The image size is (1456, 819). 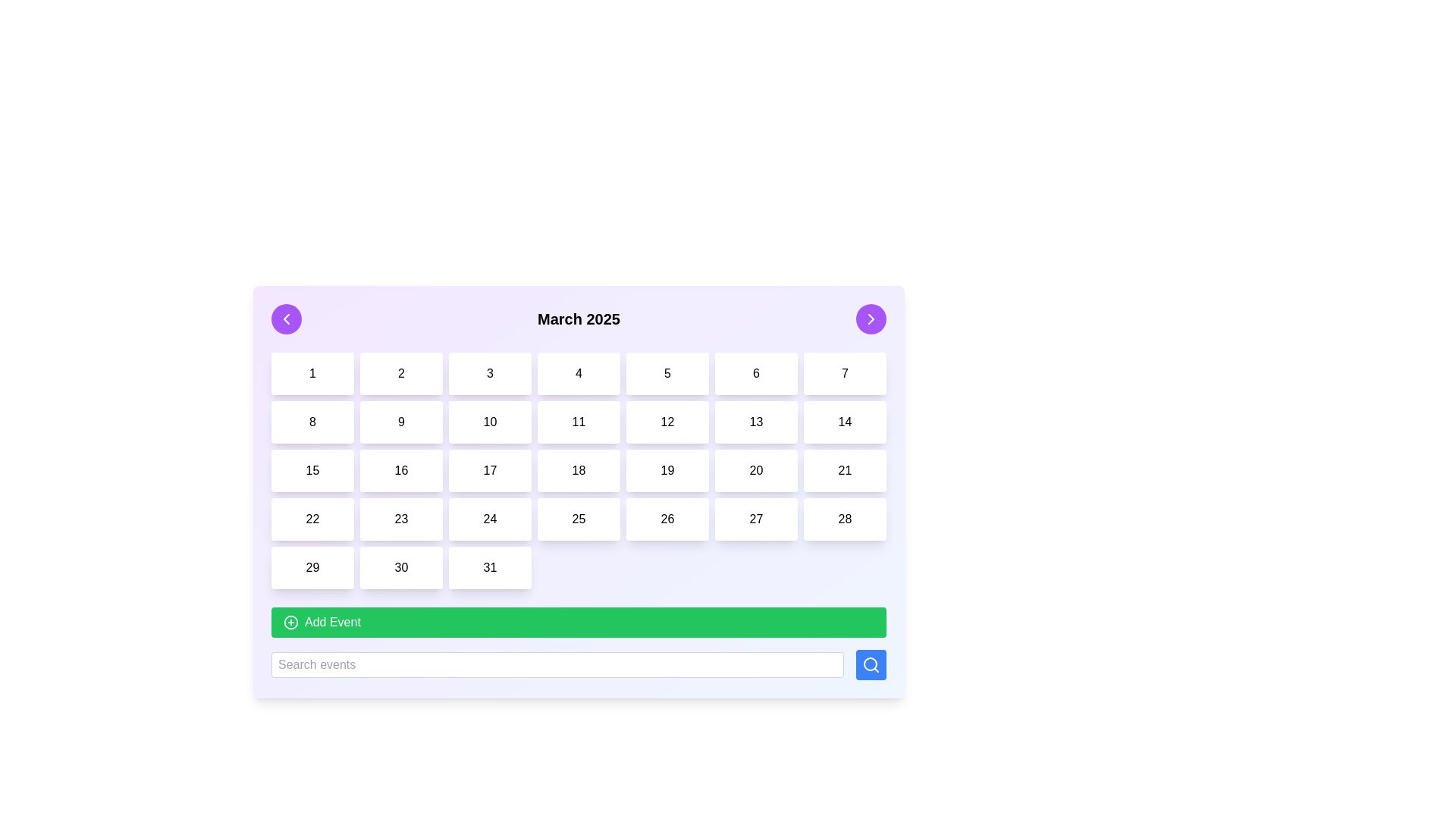 I want to click on the Date Tile representing the 5th day of the month in the calendar interface, which is centrally located in the upper portion of the layout, so click(x=667, y=374).